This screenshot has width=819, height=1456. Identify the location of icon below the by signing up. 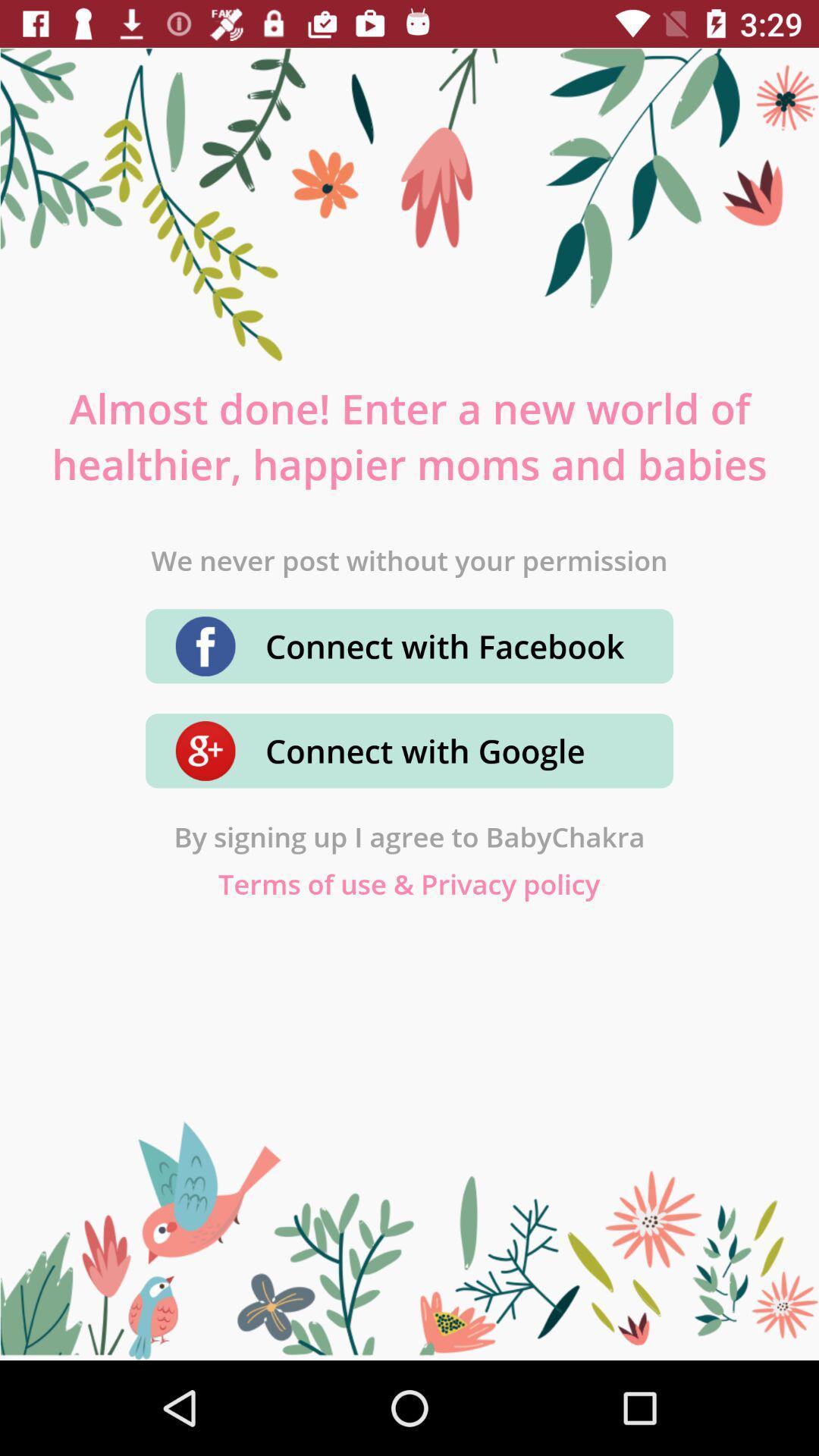
(408, 883).